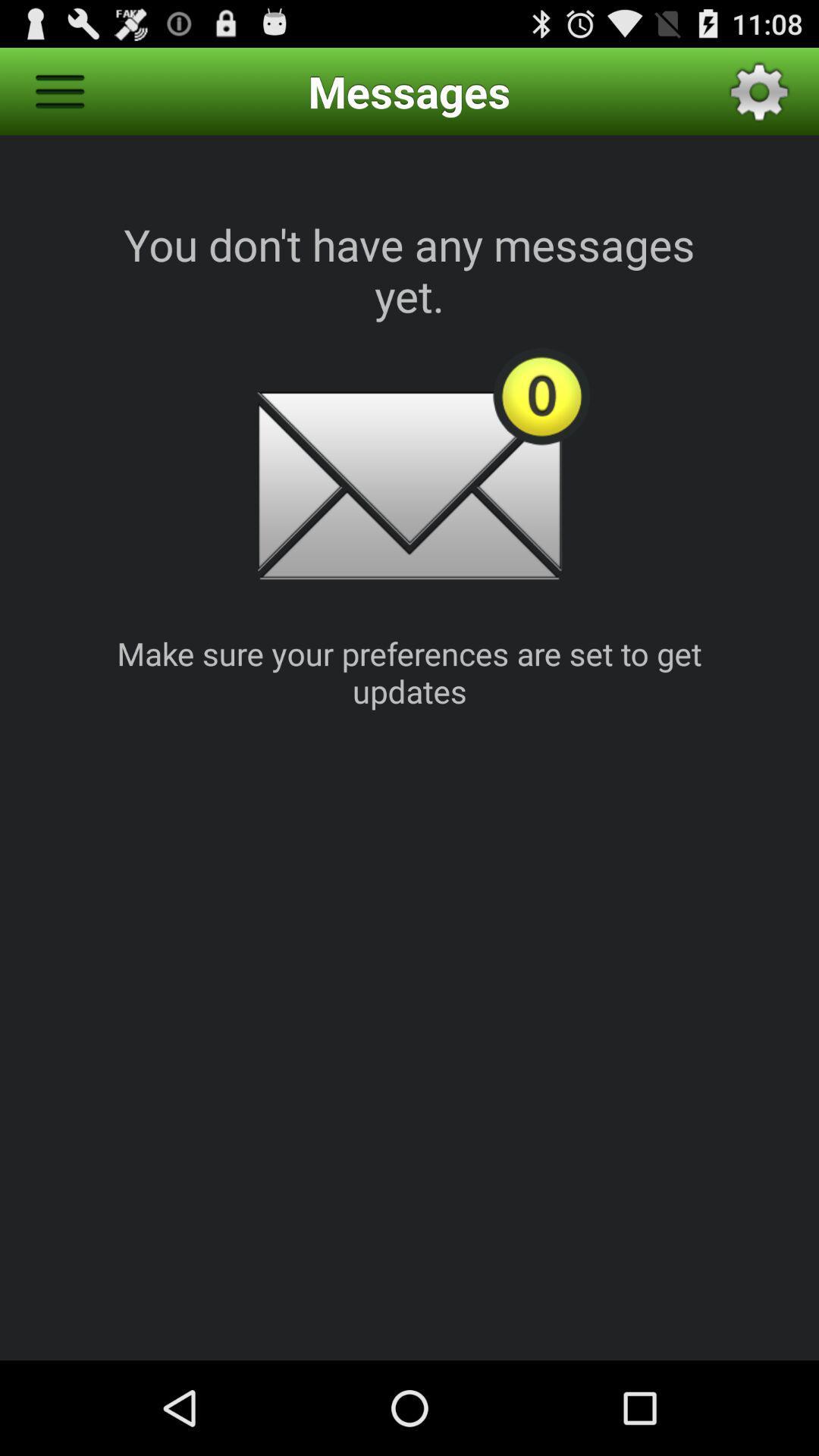 This screenshot has width=819, height=1456. Describe the element at coordinates (759, 90) in the screenshot. I see `the icon next to messages` at that location.